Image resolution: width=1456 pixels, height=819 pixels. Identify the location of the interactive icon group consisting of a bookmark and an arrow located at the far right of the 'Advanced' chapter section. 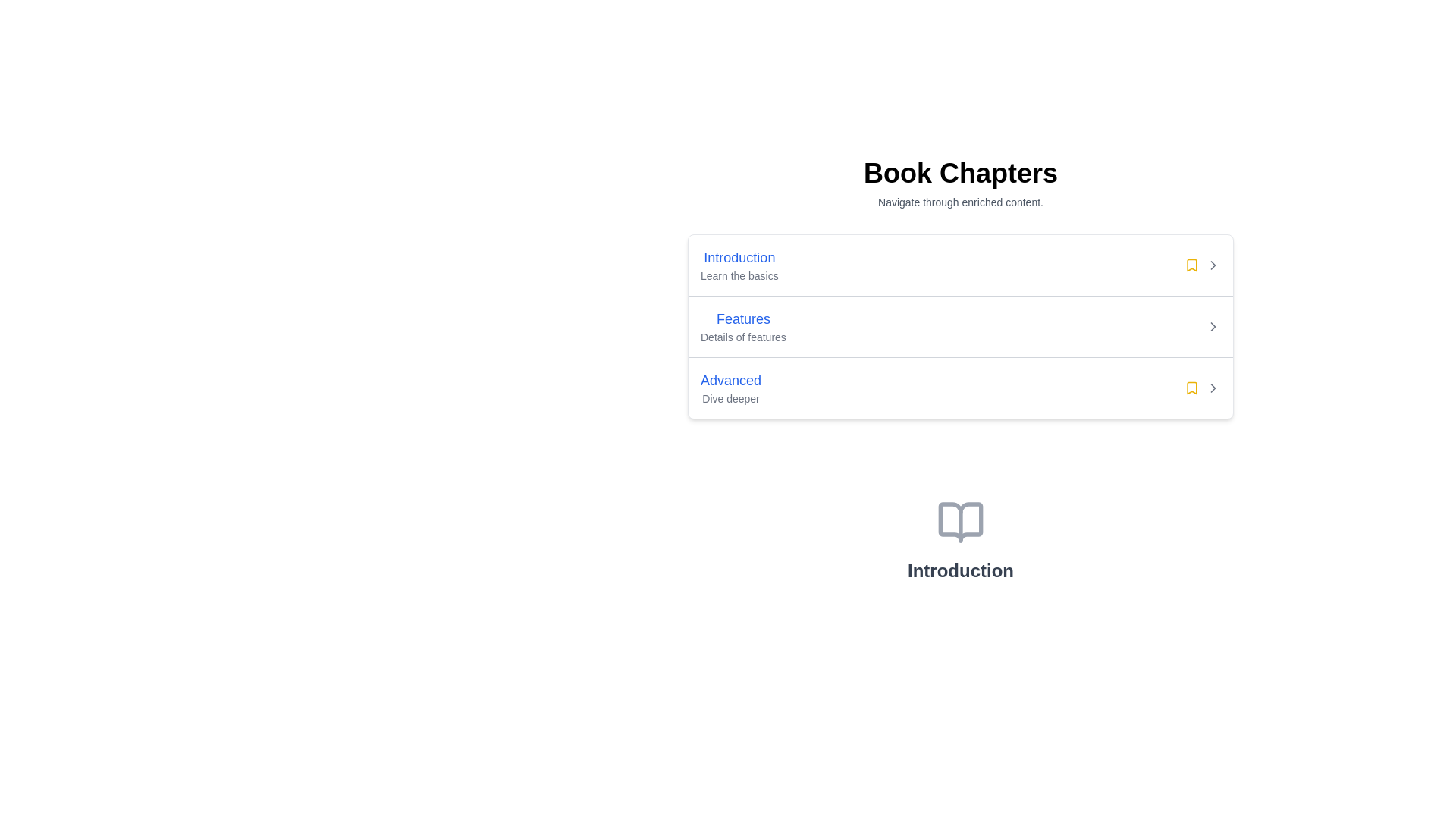
(1201, 388).